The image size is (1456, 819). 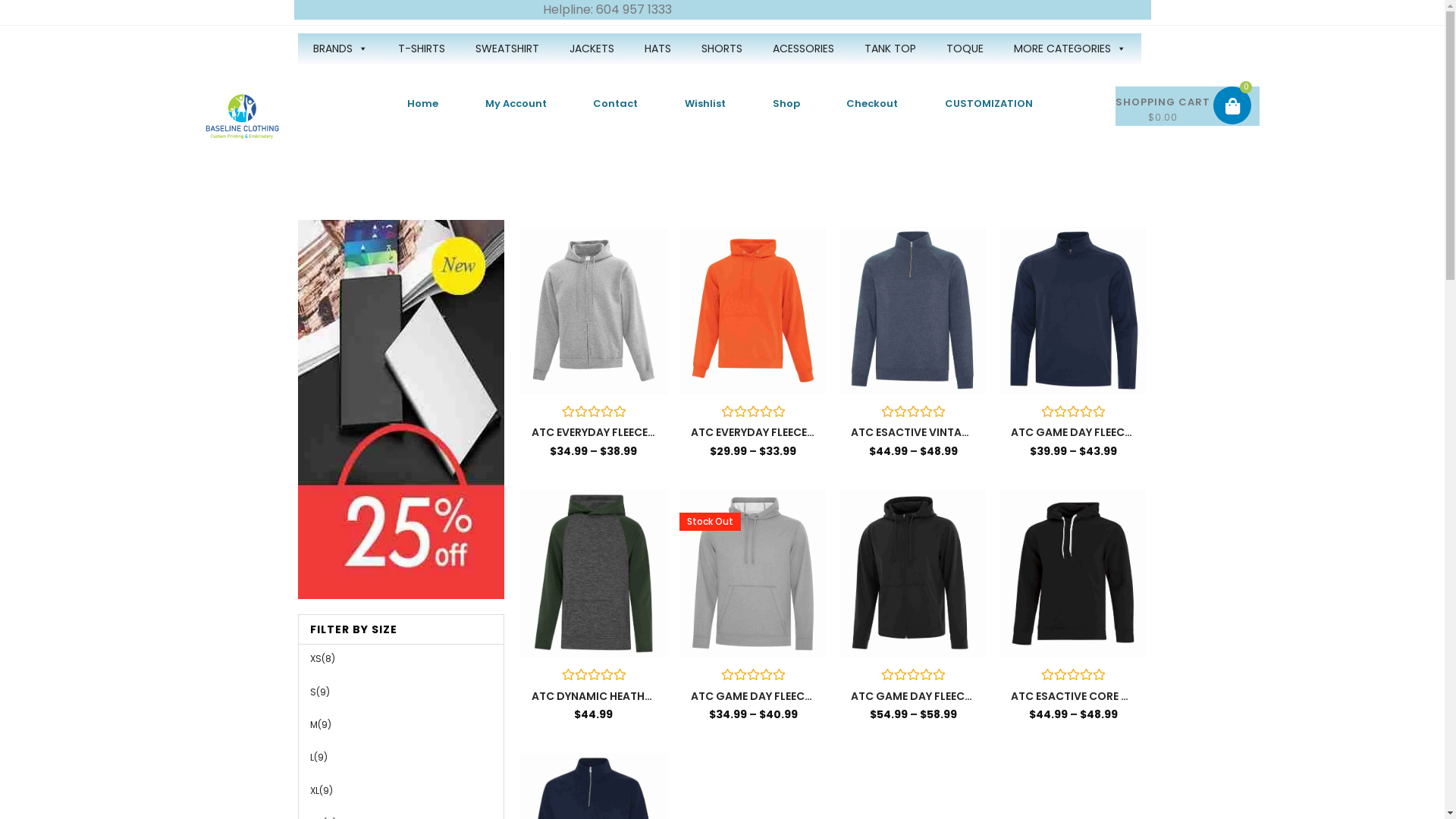 I want to click on 'XS', so click(x=309, y=657).